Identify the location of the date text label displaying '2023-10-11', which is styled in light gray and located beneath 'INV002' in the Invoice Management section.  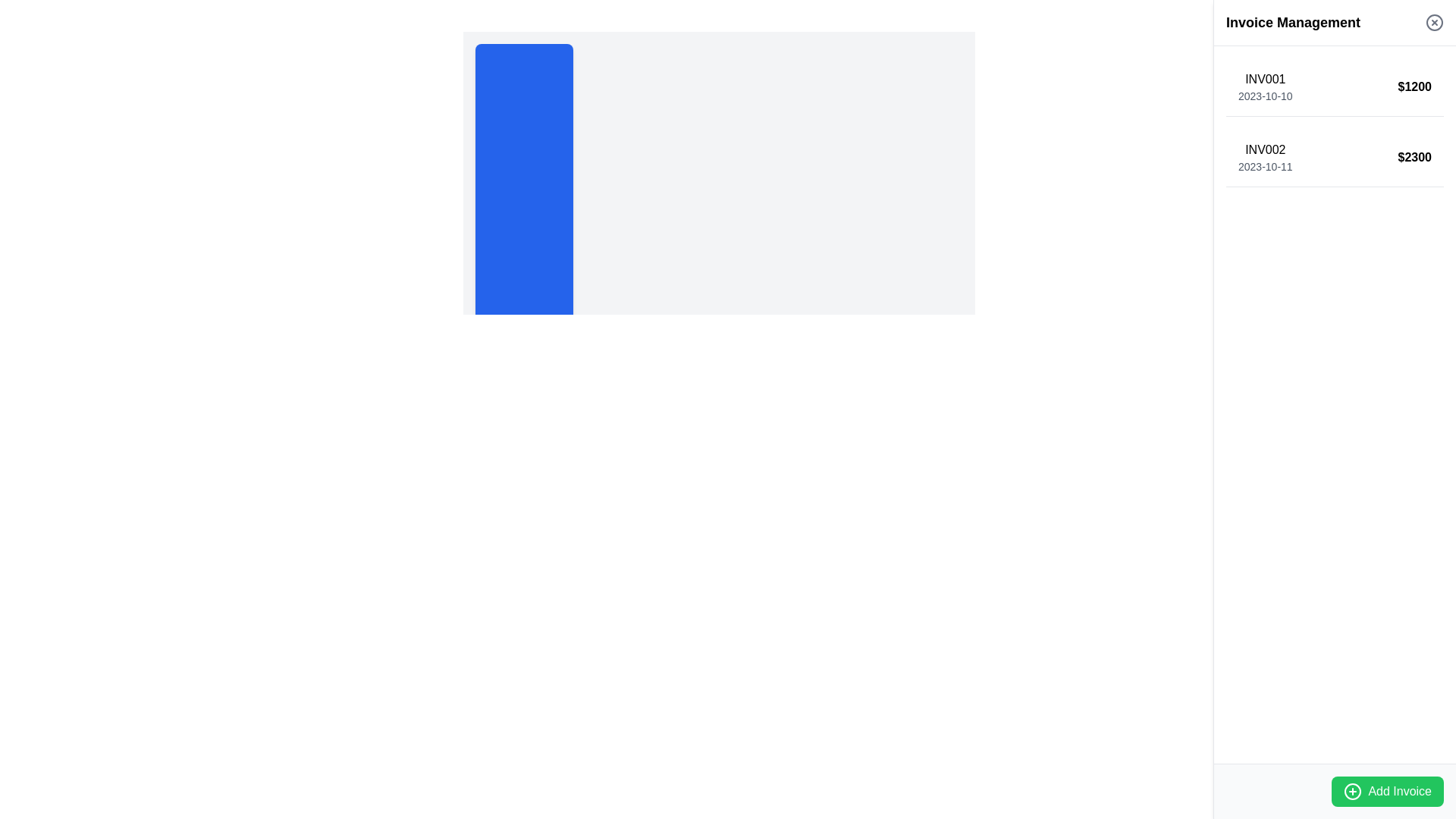
(1265, 166).